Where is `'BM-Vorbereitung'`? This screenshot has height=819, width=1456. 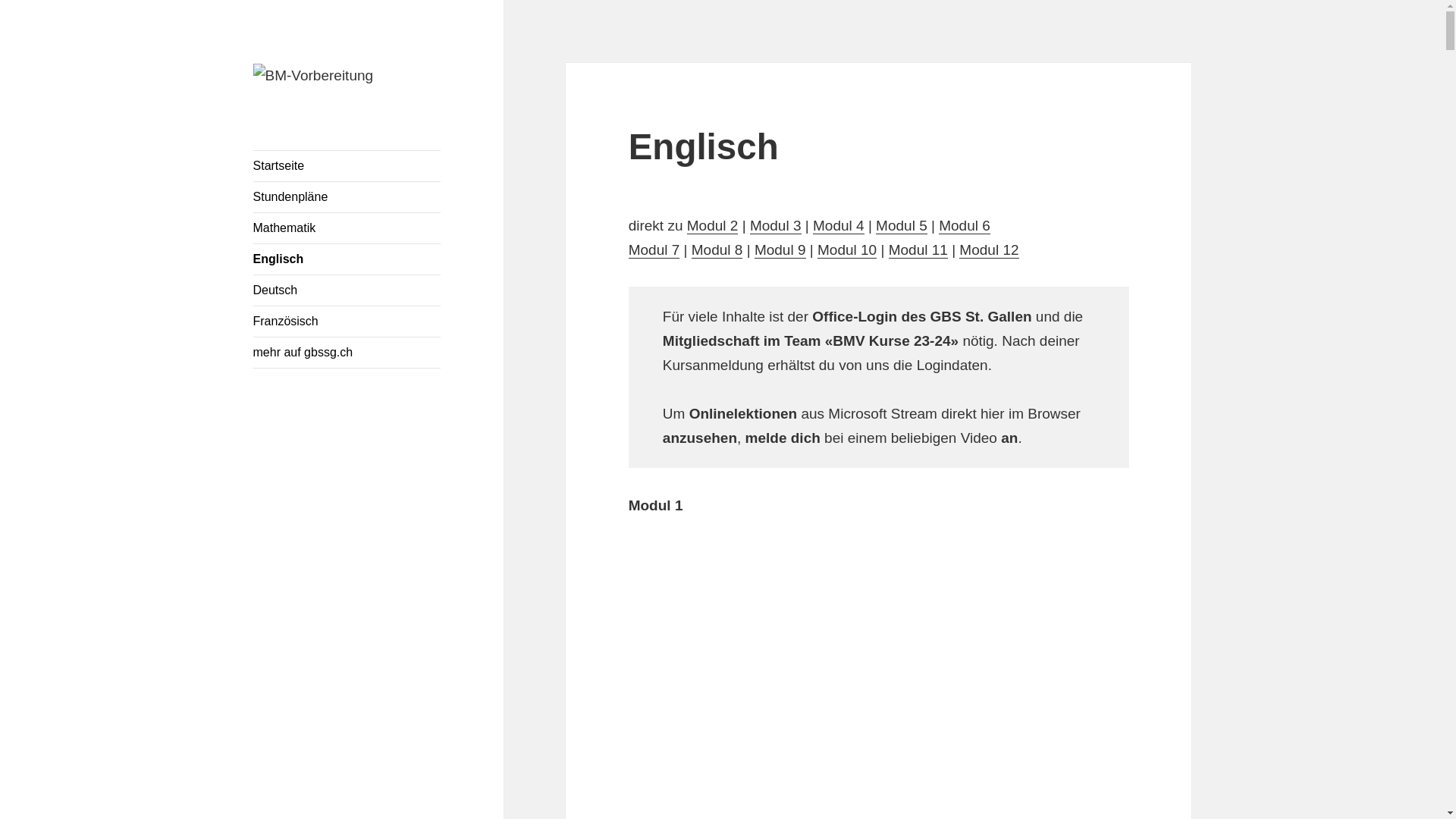 'BM-Vorbereitung' is located at coordinates (334, 110).